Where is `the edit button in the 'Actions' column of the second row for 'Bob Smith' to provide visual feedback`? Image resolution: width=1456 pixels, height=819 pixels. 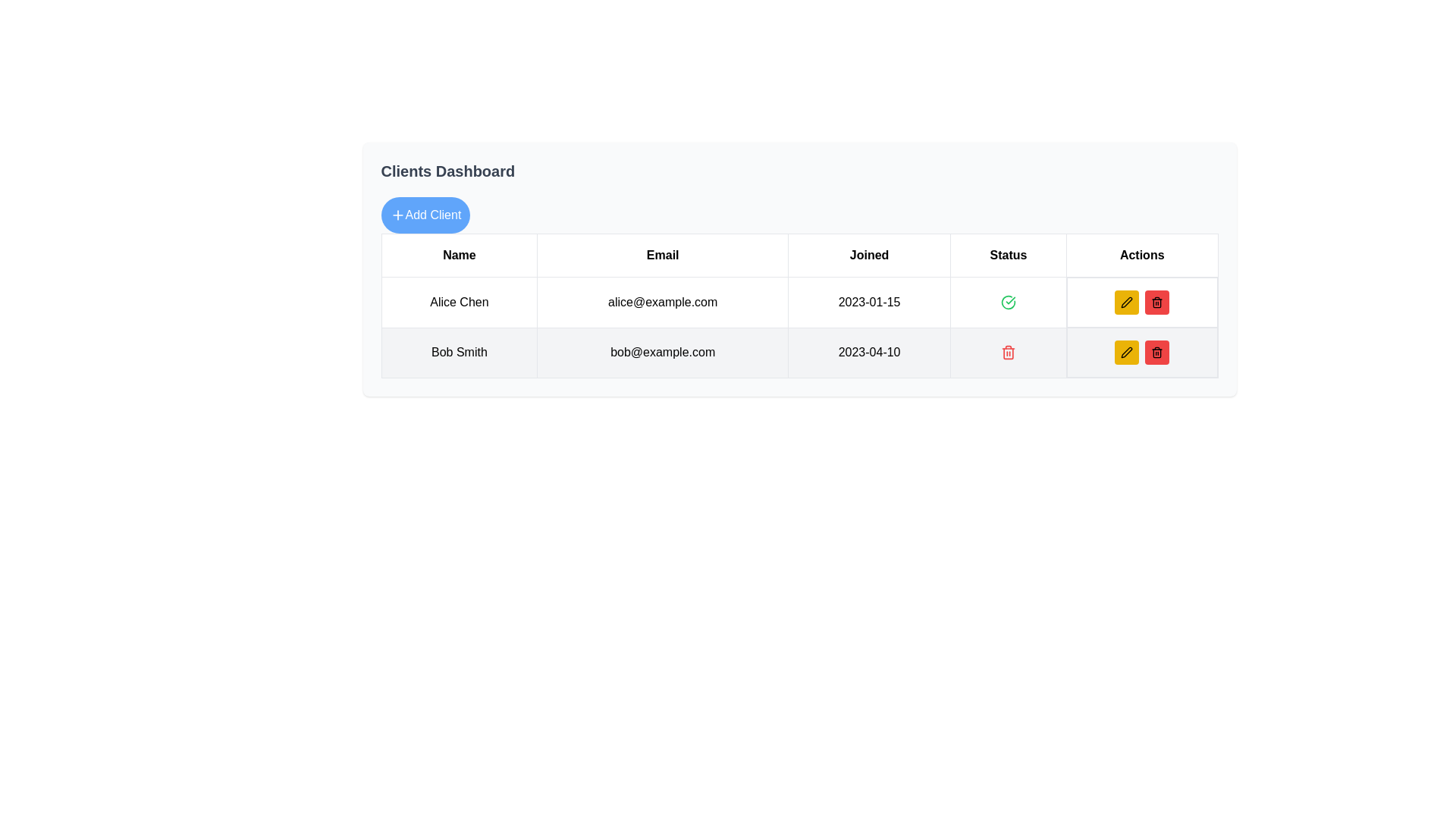
the edit button in the 'Actions' column of the second row for 'Bob Smith' to provide visual feedback is located at coordinates (1127, 302).